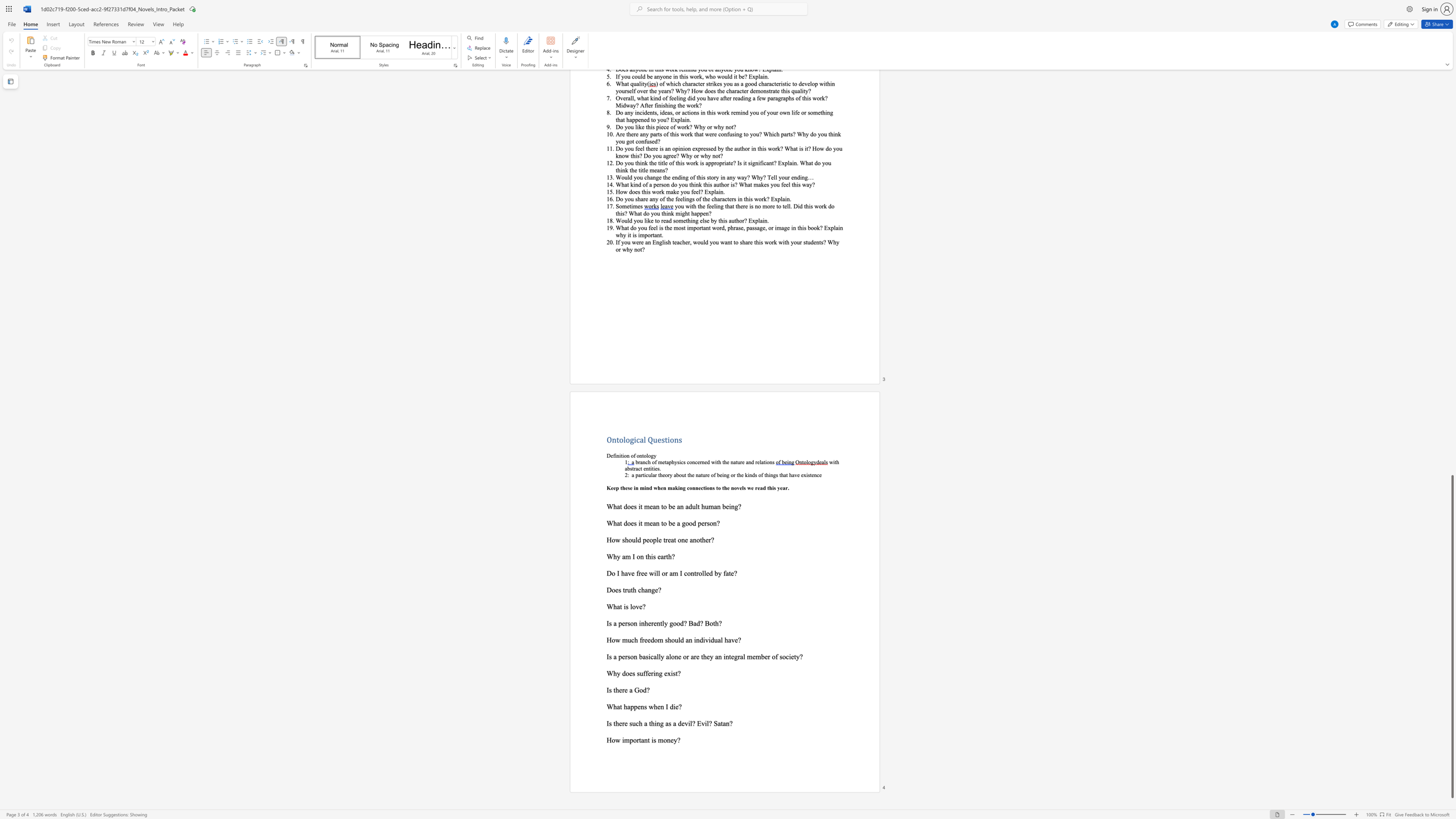 The image size is (1456, 819). I want to click on the 1th character "s" in the text, so click(678, 461).